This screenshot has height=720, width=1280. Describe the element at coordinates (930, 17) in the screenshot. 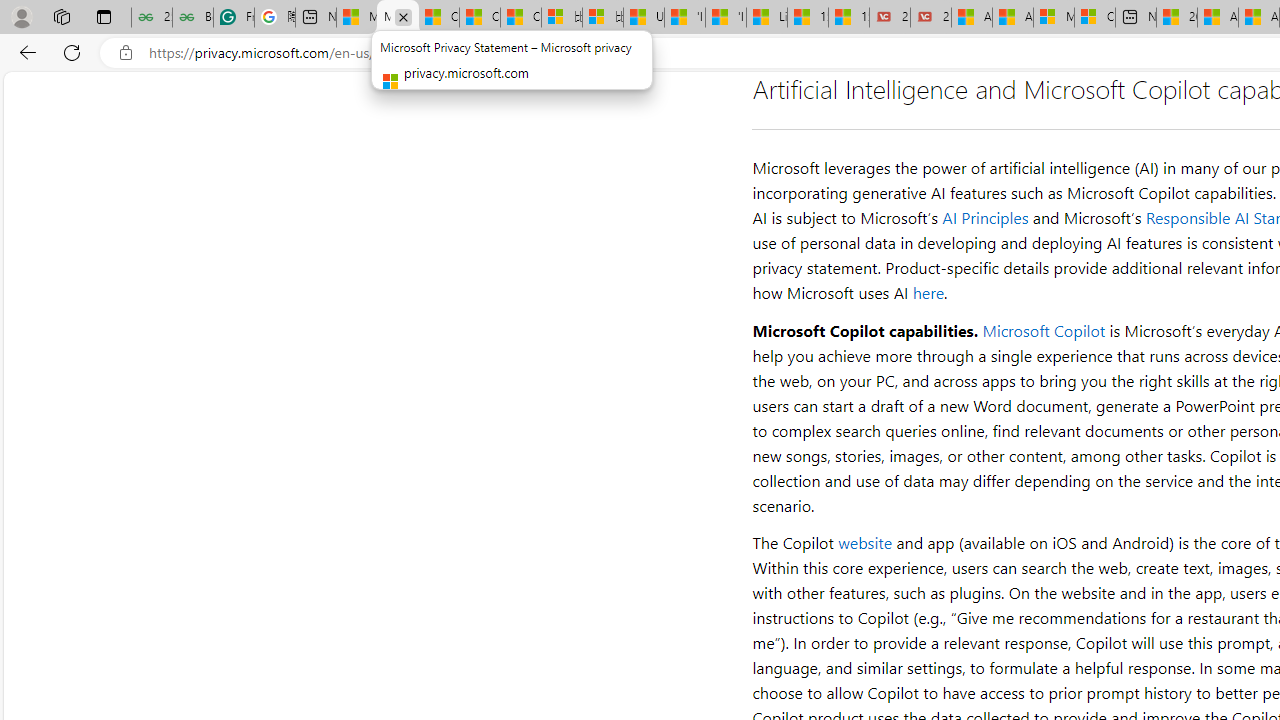

I see `'21 Movies That Outdid the Books They Were Based On'` at that location.